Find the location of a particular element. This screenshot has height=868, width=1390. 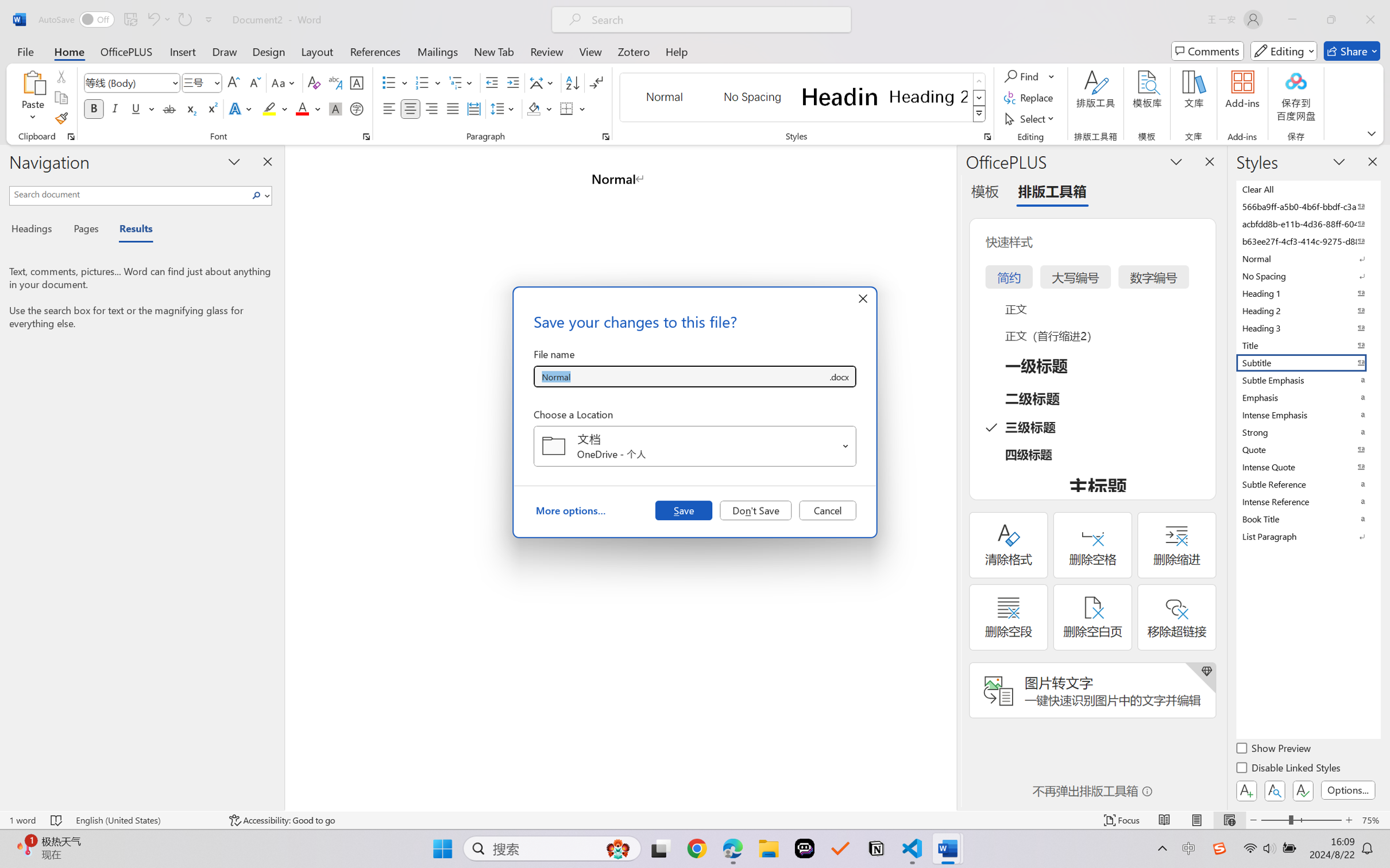

'Asian Layout' is located at coordinates (542, 83).